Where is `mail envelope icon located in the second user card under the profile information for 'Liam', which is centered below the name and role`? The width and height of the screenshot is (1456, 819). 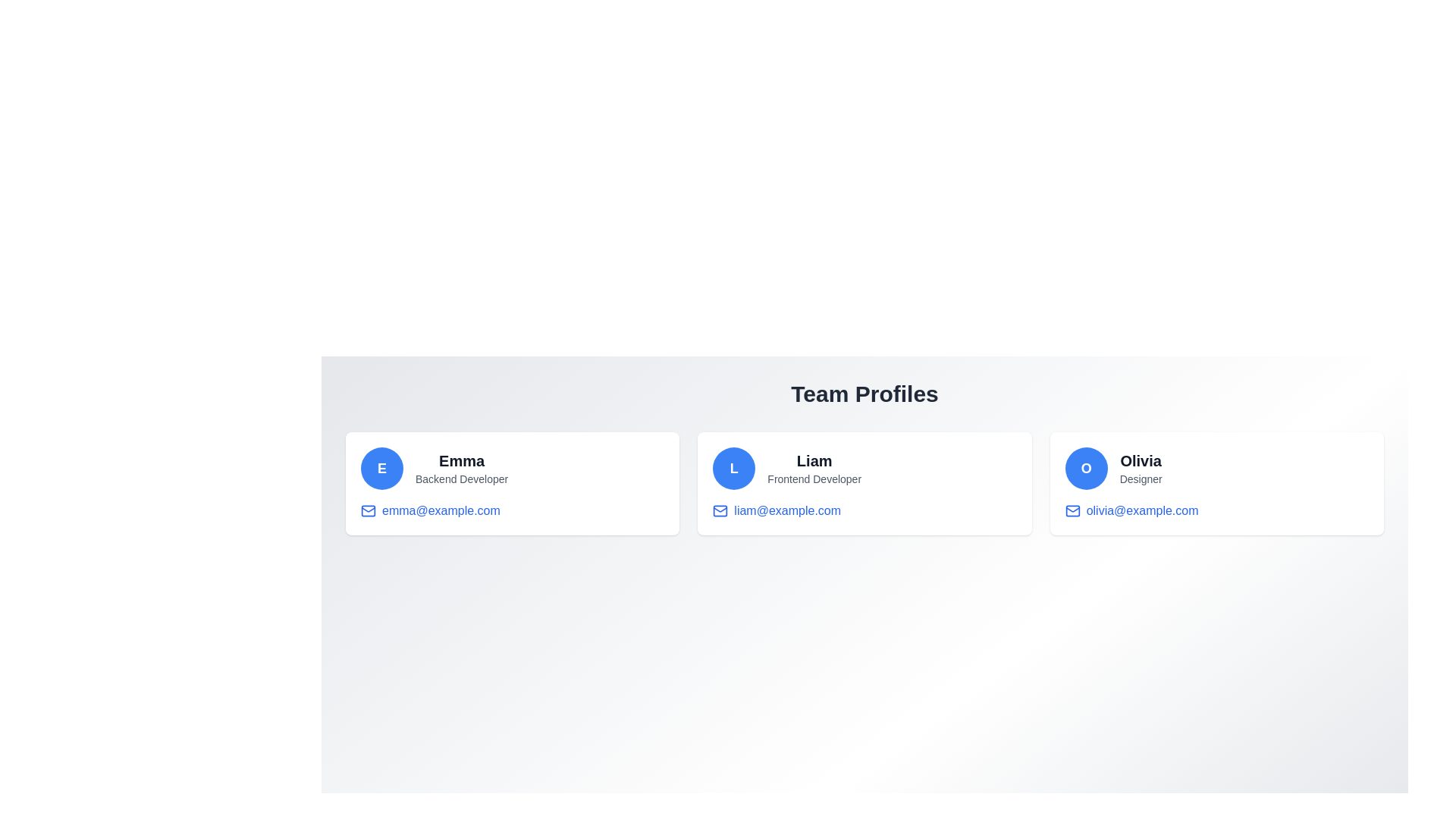
mail envelope icon located in the second user card under the profile information for 'Liam', which is centered below the name and role is located at coordinates (720, 511).